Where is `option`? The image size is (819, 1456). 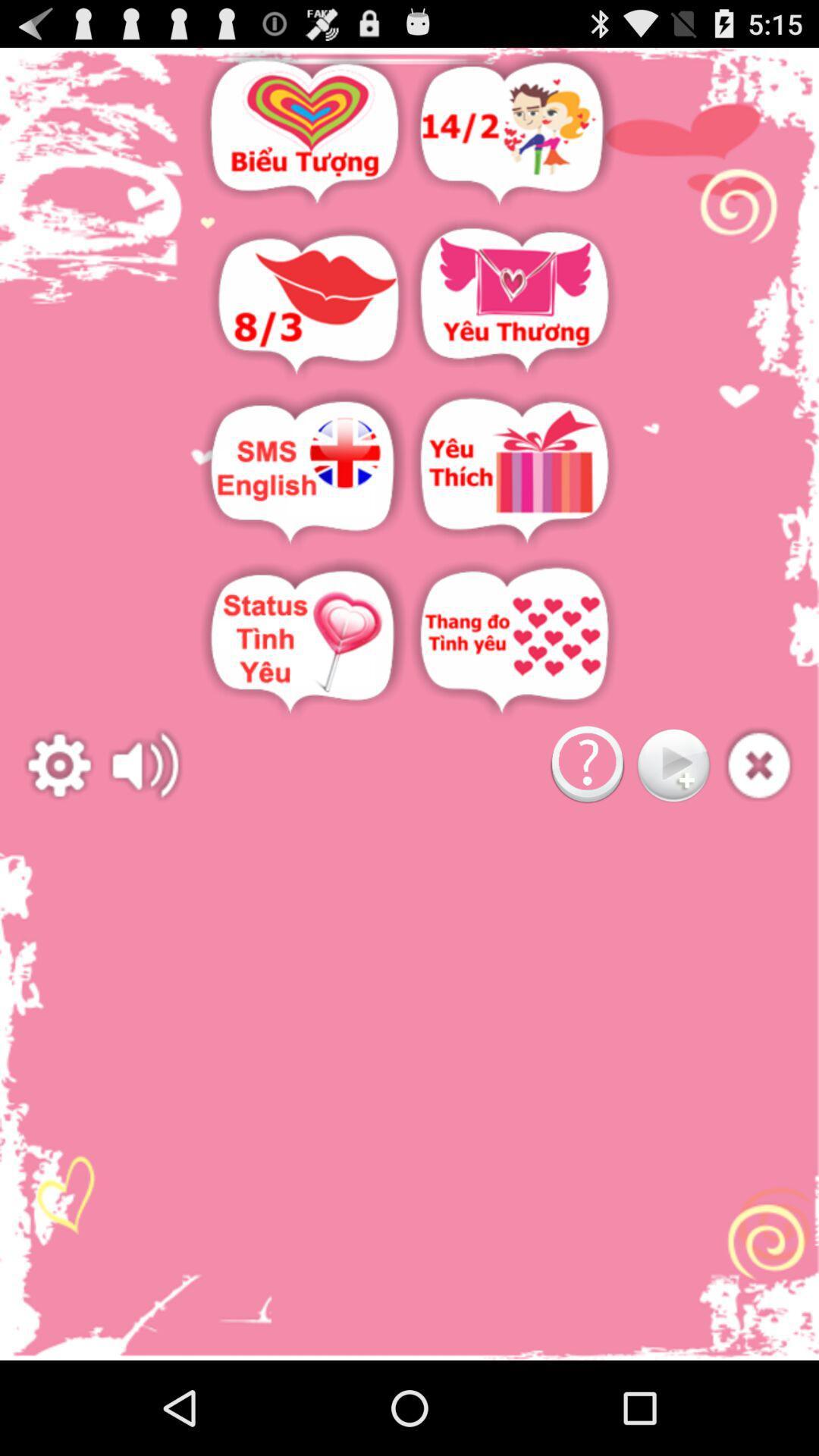 option is located at coordinates (513, 302).